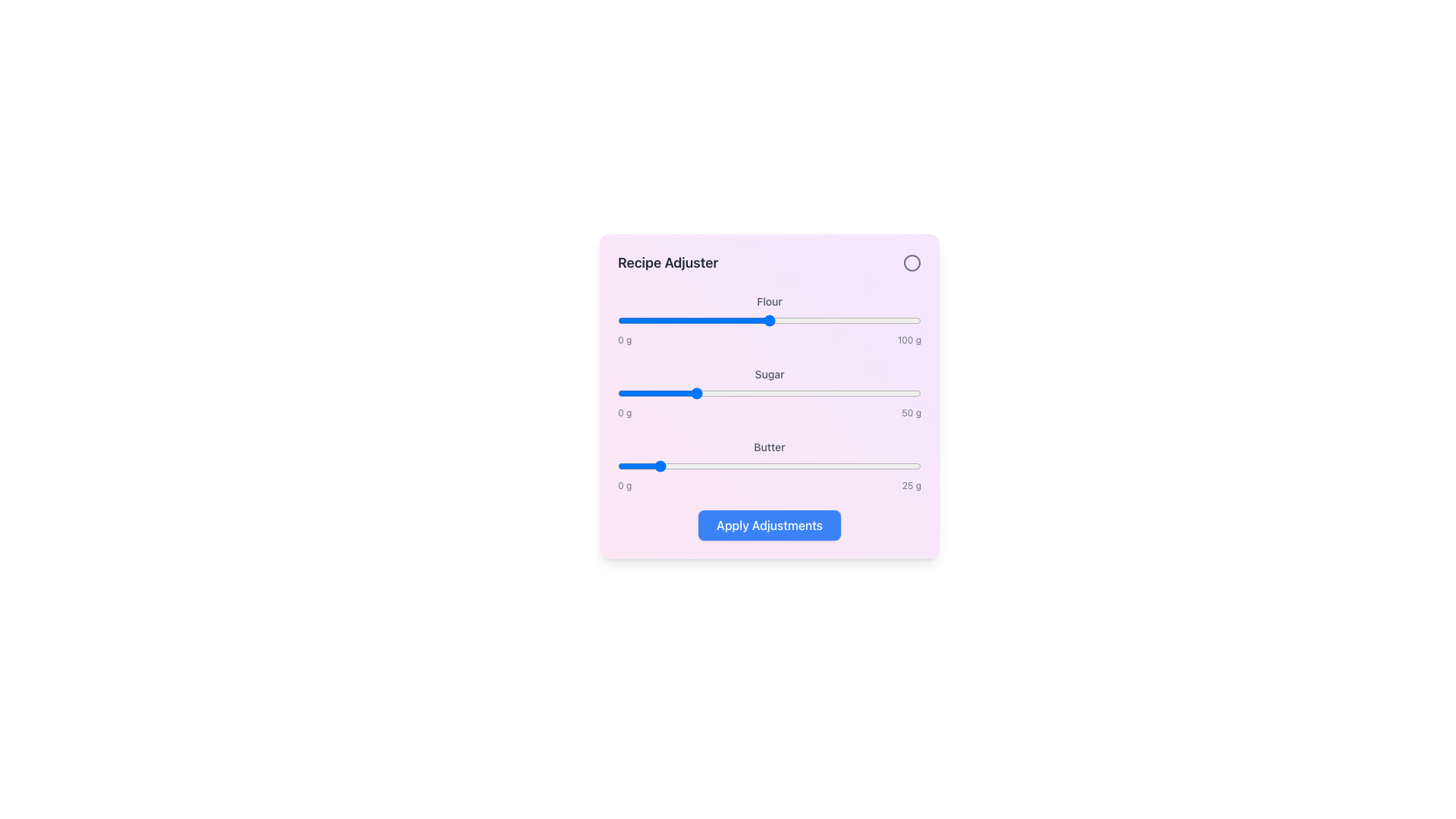  What do you see at coordinates (844, 320) in the screenshot?
I see `the flour amount` at bounding box center [844, 320].